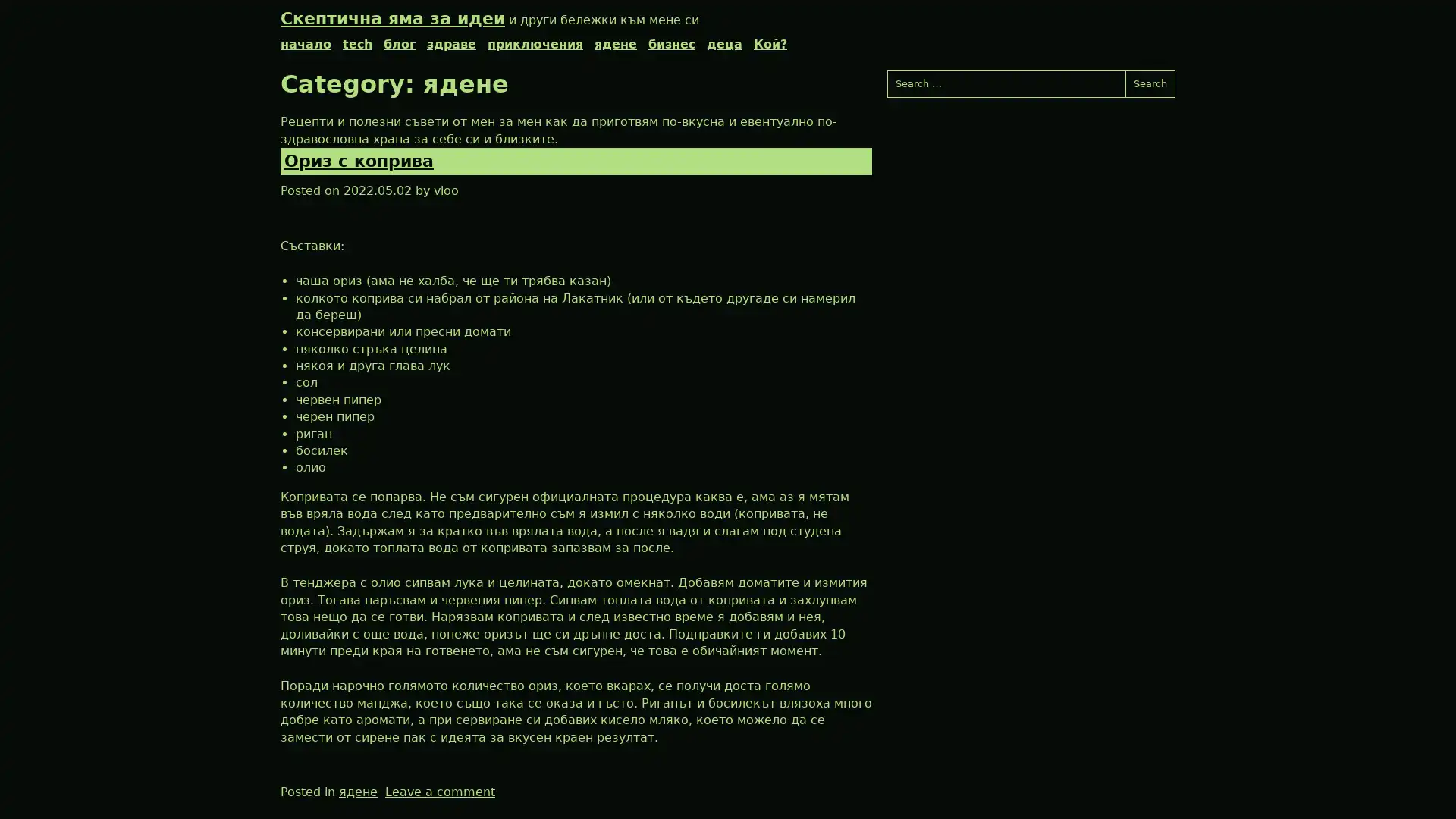 The height and width of the screenshot is (819, 1456). I want to click on Search, so click(1150, 83).